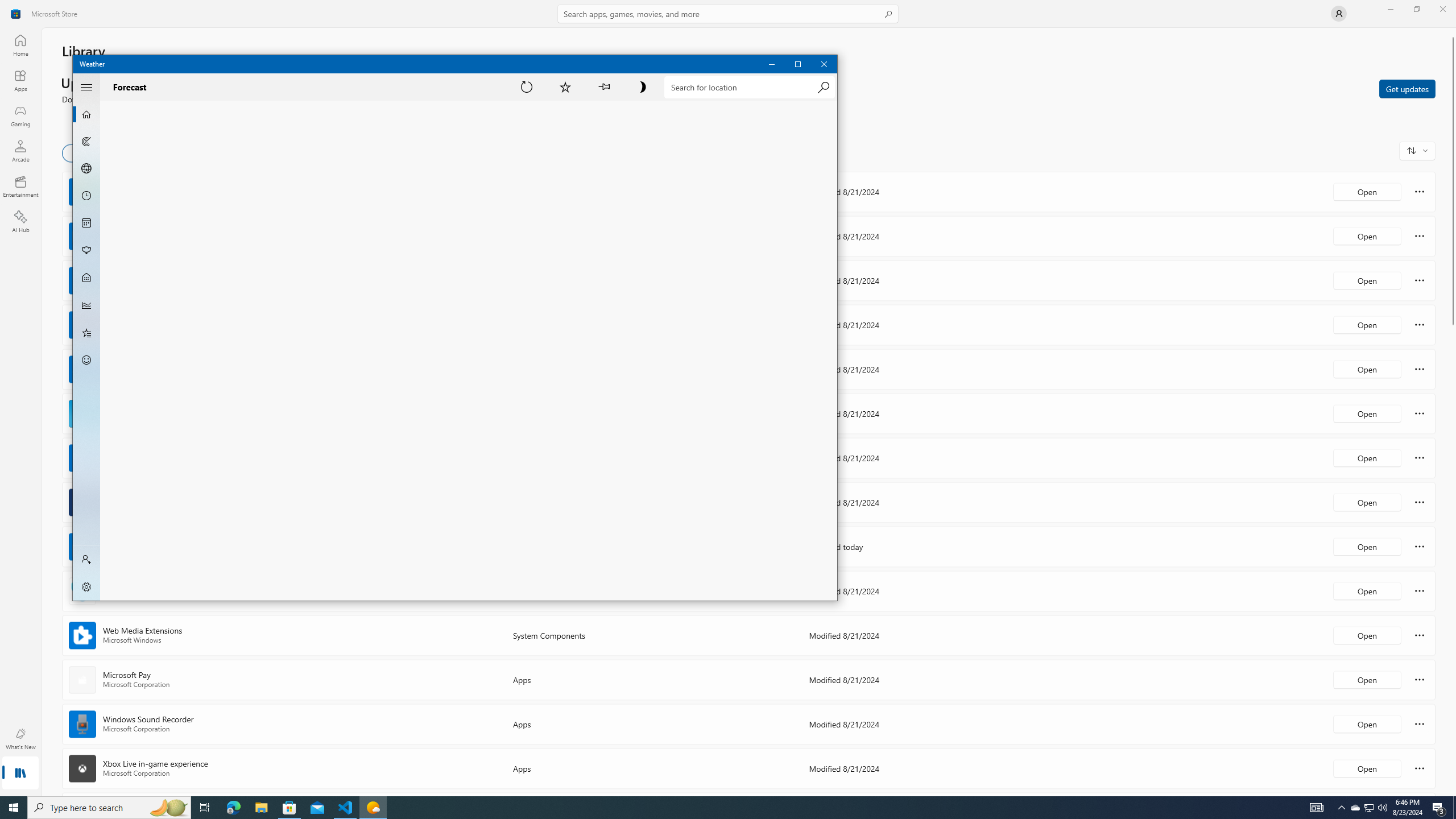  I want to click on 'Notification Chevron', so click(1342, 806).